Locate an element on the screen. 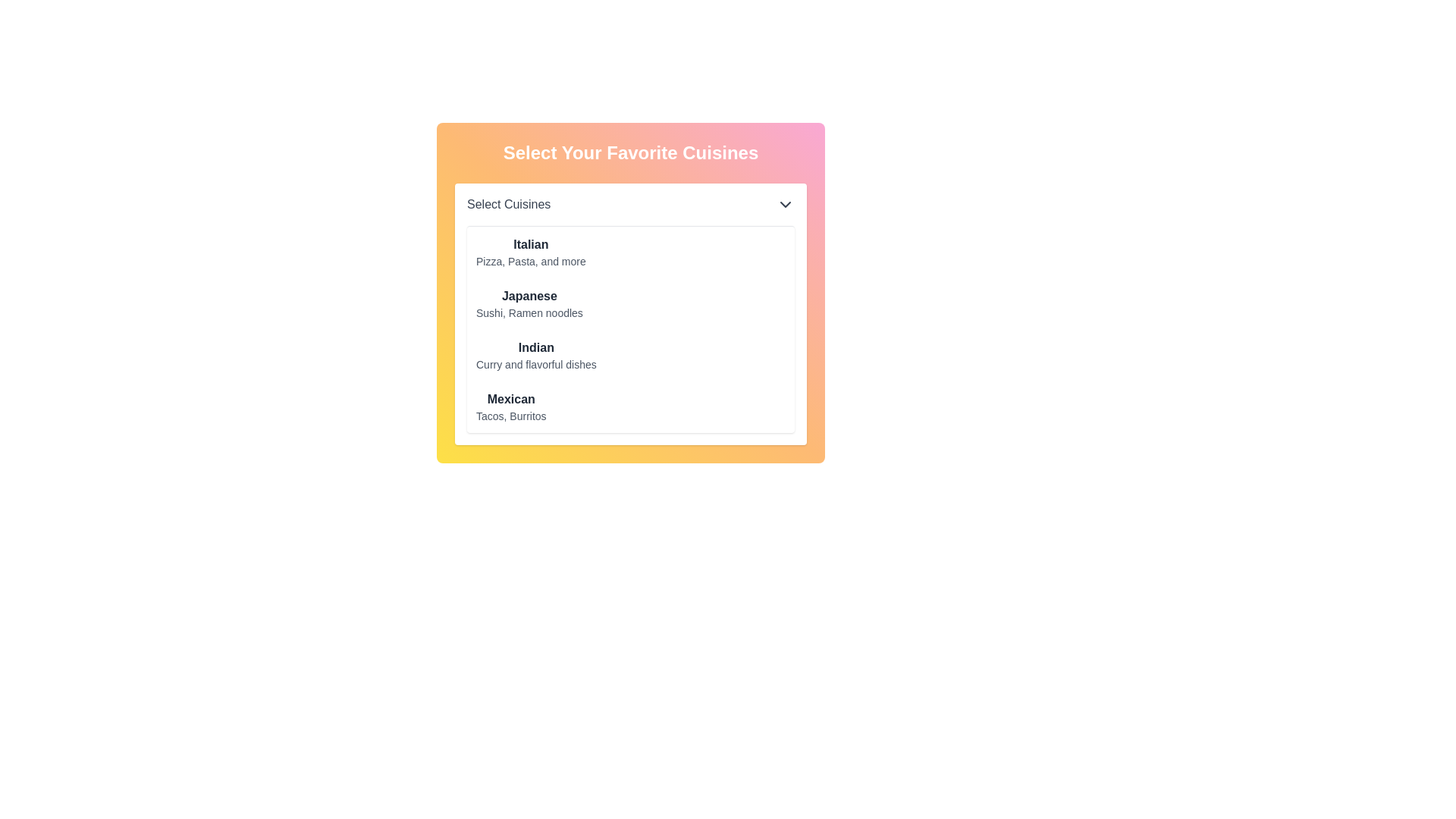 This screenshot has width=1456, height=819. the static text label displaying 'Indian' in bold dark gray font, located in the third entry of a vertical list of cuisines between 'Japanese' and 'Mexican' is located at coordinates (536, 348).